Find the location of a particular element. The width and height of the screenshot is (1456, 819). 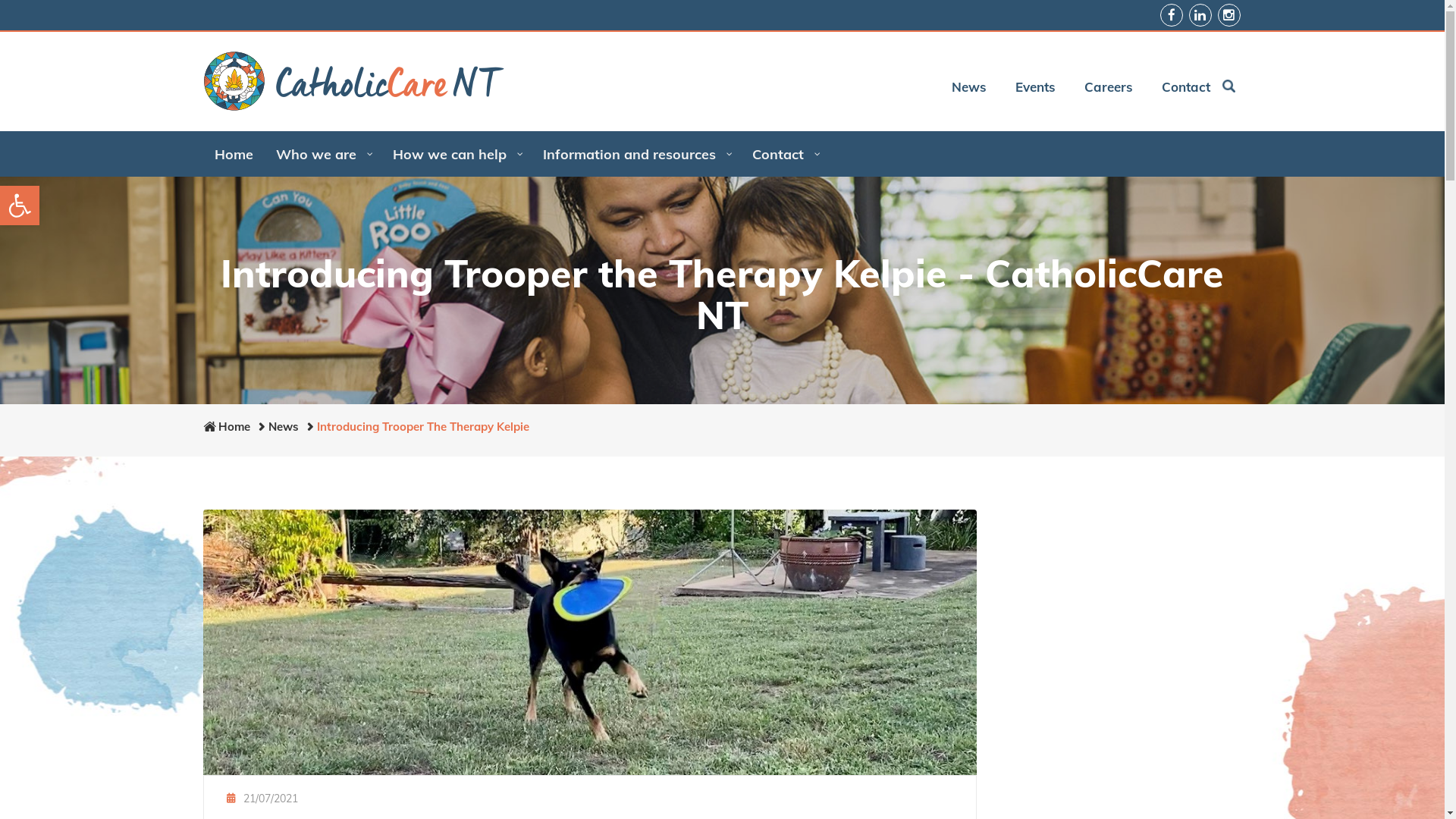

'News' is located at coordinates (284, 426).